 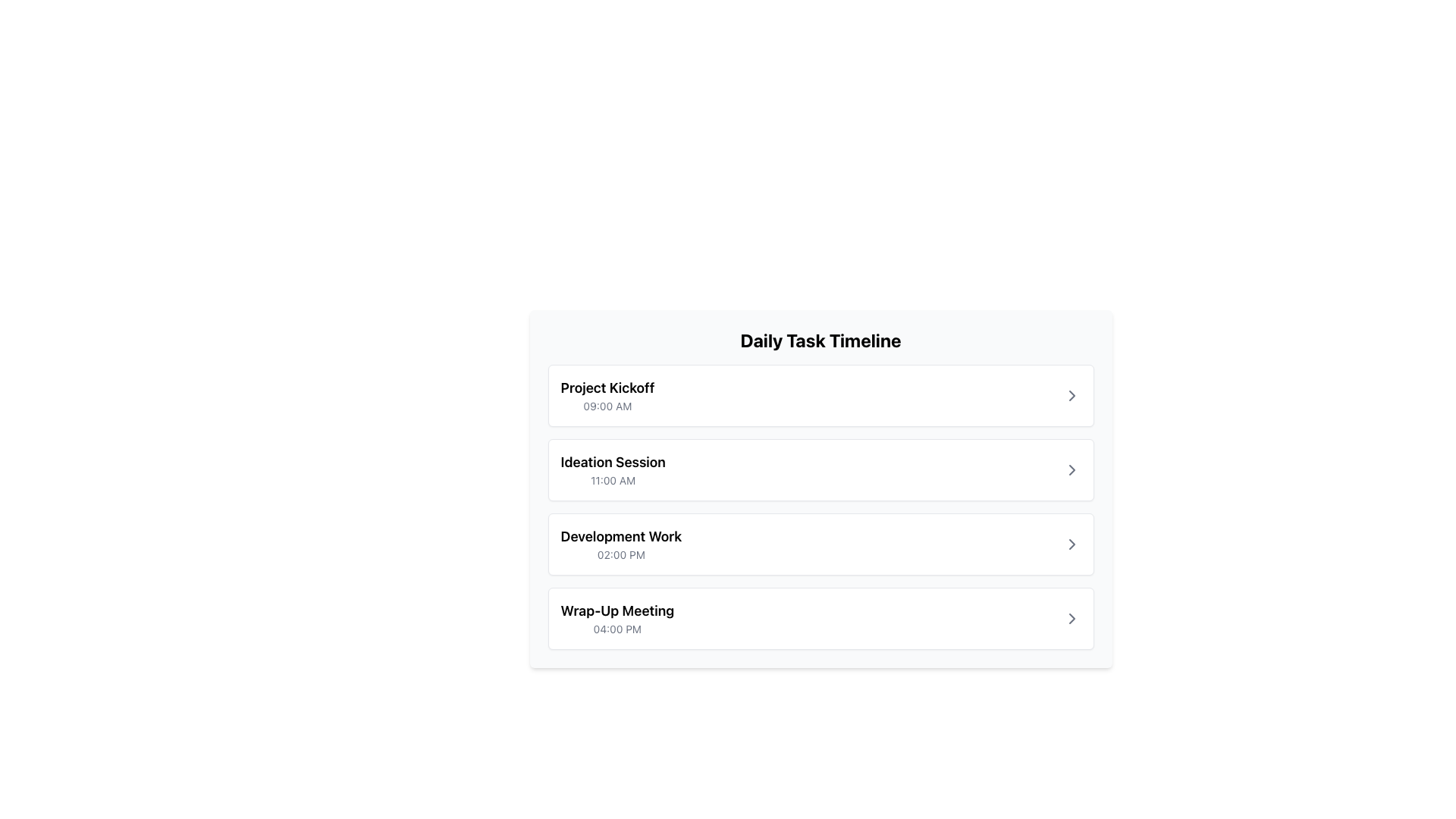 I want to click on text label displaying 'Ideation Session', which is prominently styled in bold and larger font, located above the smaller text label '11:00 AM' in the task timeline, so click(x=613, y=461).